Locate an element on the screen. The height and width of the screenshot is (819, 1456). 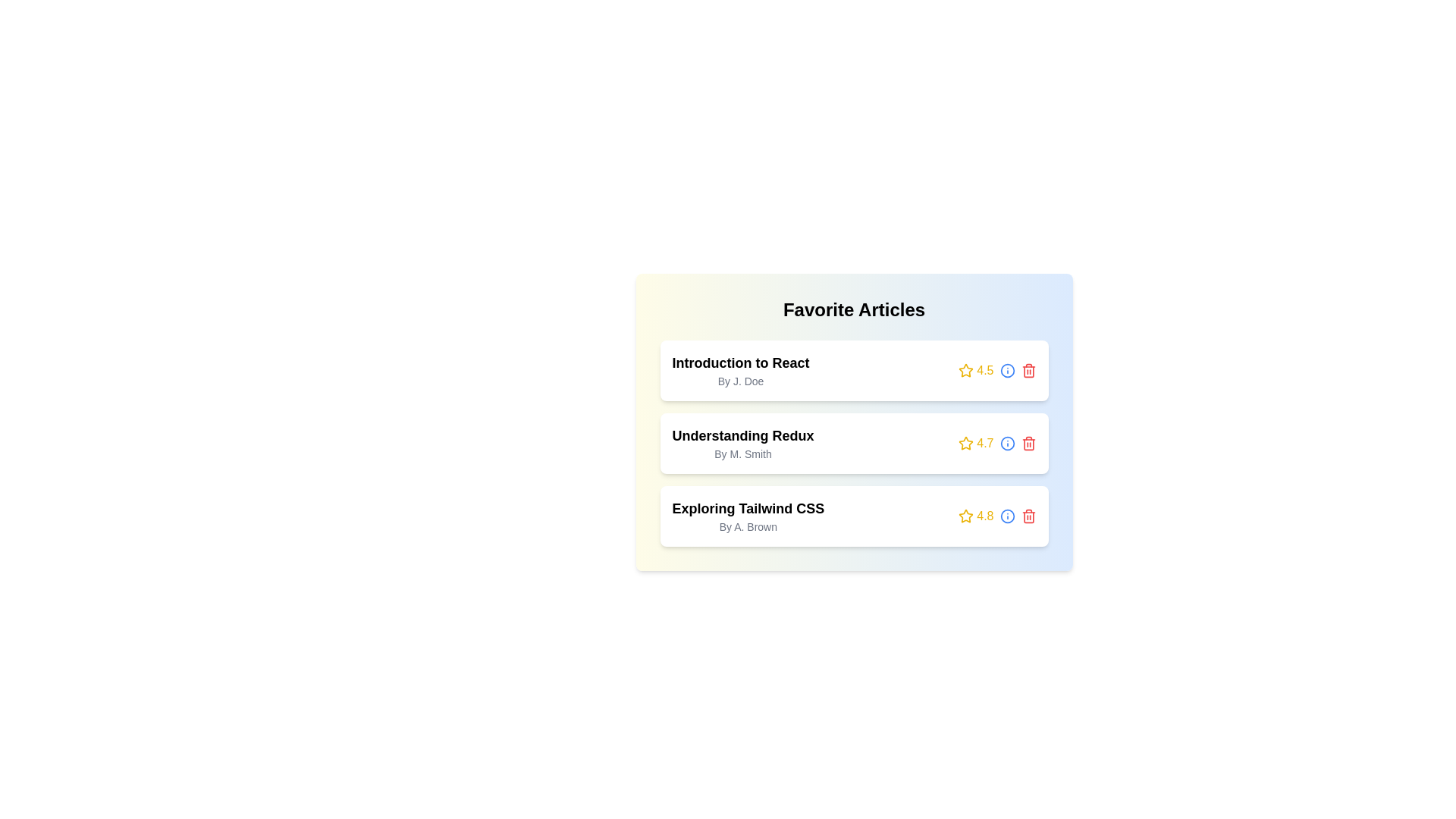
'trash' icon to remove the article titled 'Understanding Redux' is located at coordinates (1028, 444).